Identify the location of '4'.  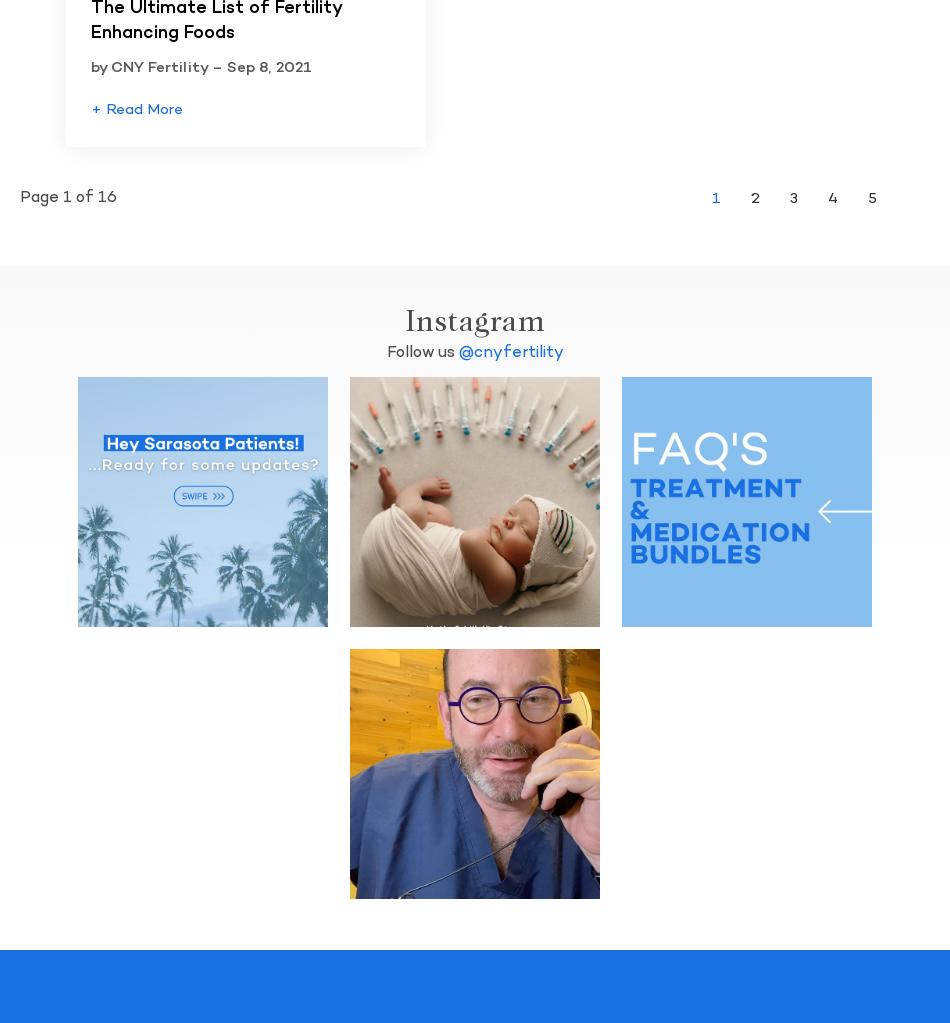
(827, 197).